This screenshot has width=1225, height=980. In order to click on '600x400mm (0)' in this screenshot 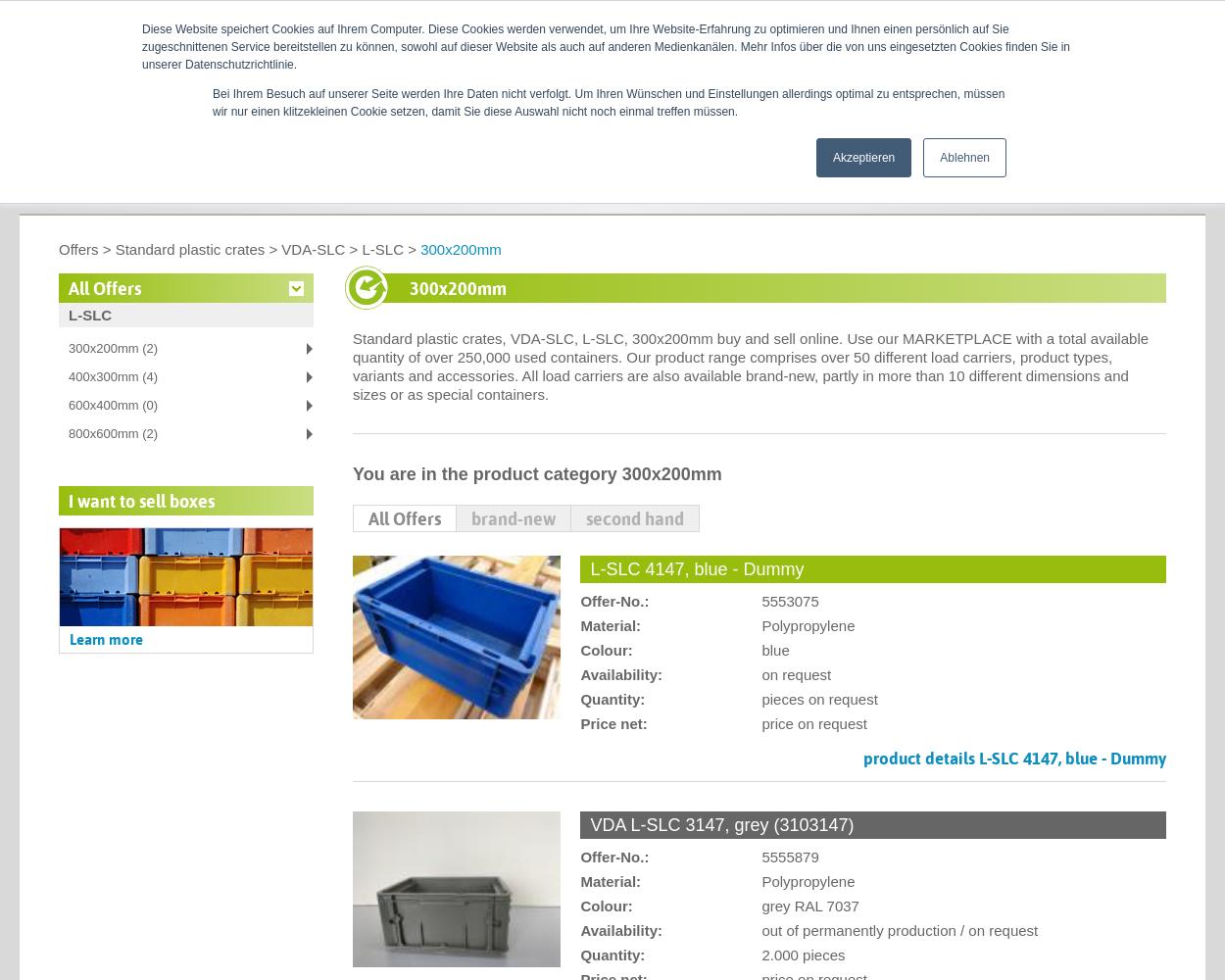, I will do `click(112, 405)`.